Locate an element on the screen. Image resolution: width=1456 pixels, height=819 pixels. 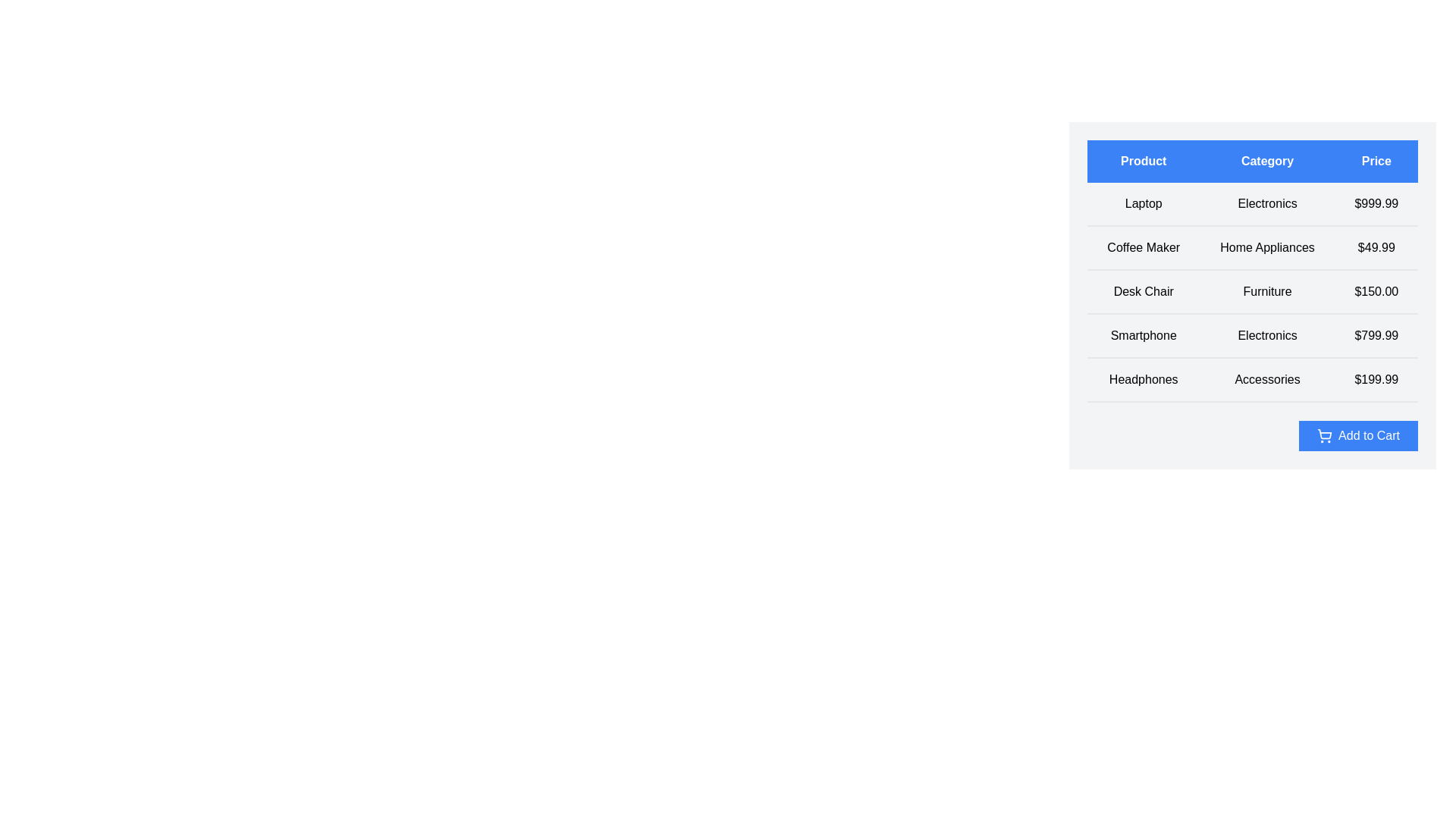
the 'Laptop' text label, which is displayed in medium-sized font in the first column of the product tabular layout, positioned above 'Coffee Maker' is located at coordinates (1144, 203).